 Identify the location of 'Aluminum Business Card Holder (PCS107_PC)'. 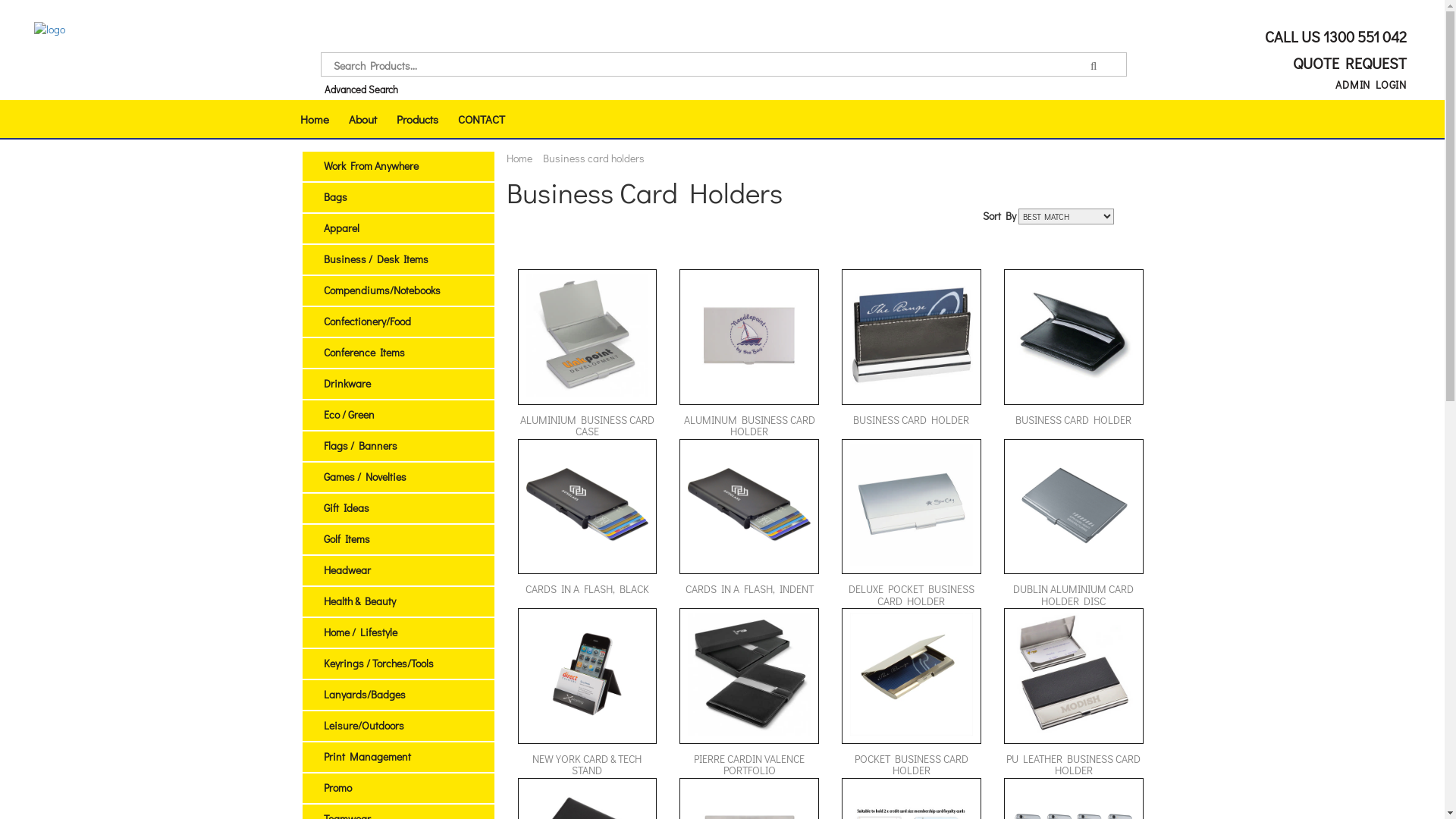
(749, 334).